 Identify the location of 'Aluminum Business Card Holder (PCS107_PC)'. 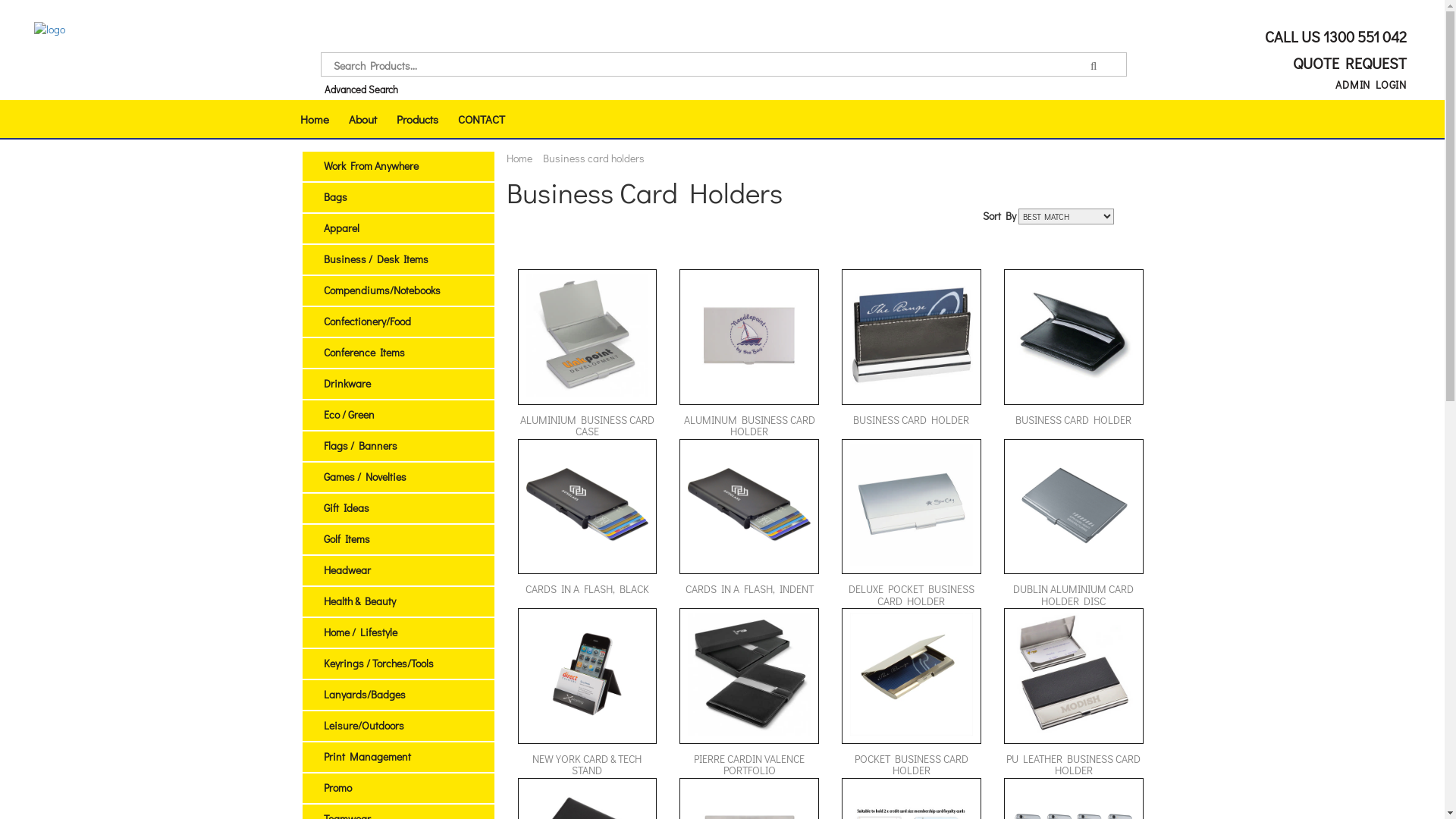
(749, 334).